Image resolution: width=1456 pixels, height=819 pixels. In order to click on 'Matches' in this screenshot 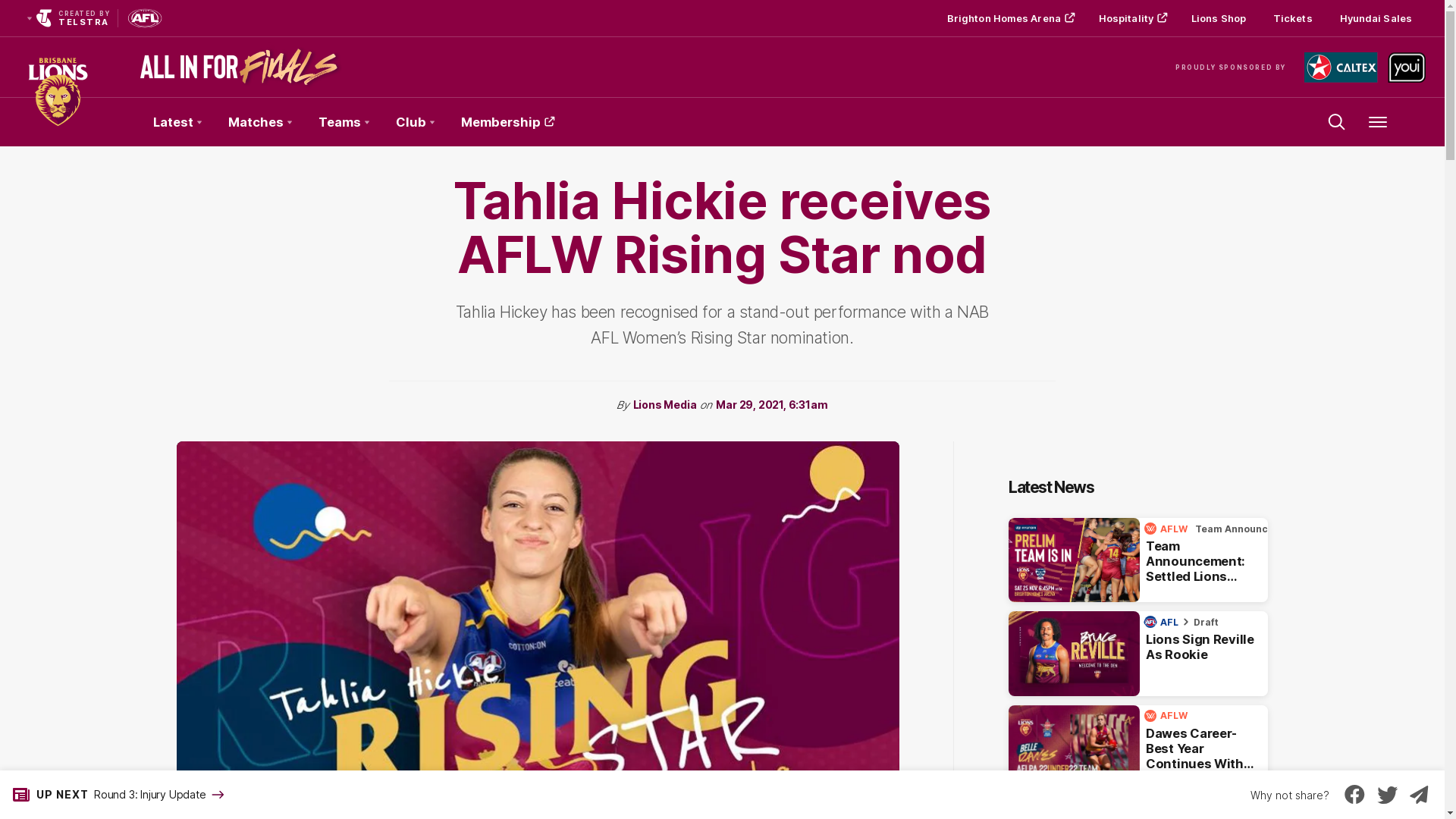, I will do `click(259, 121)`.